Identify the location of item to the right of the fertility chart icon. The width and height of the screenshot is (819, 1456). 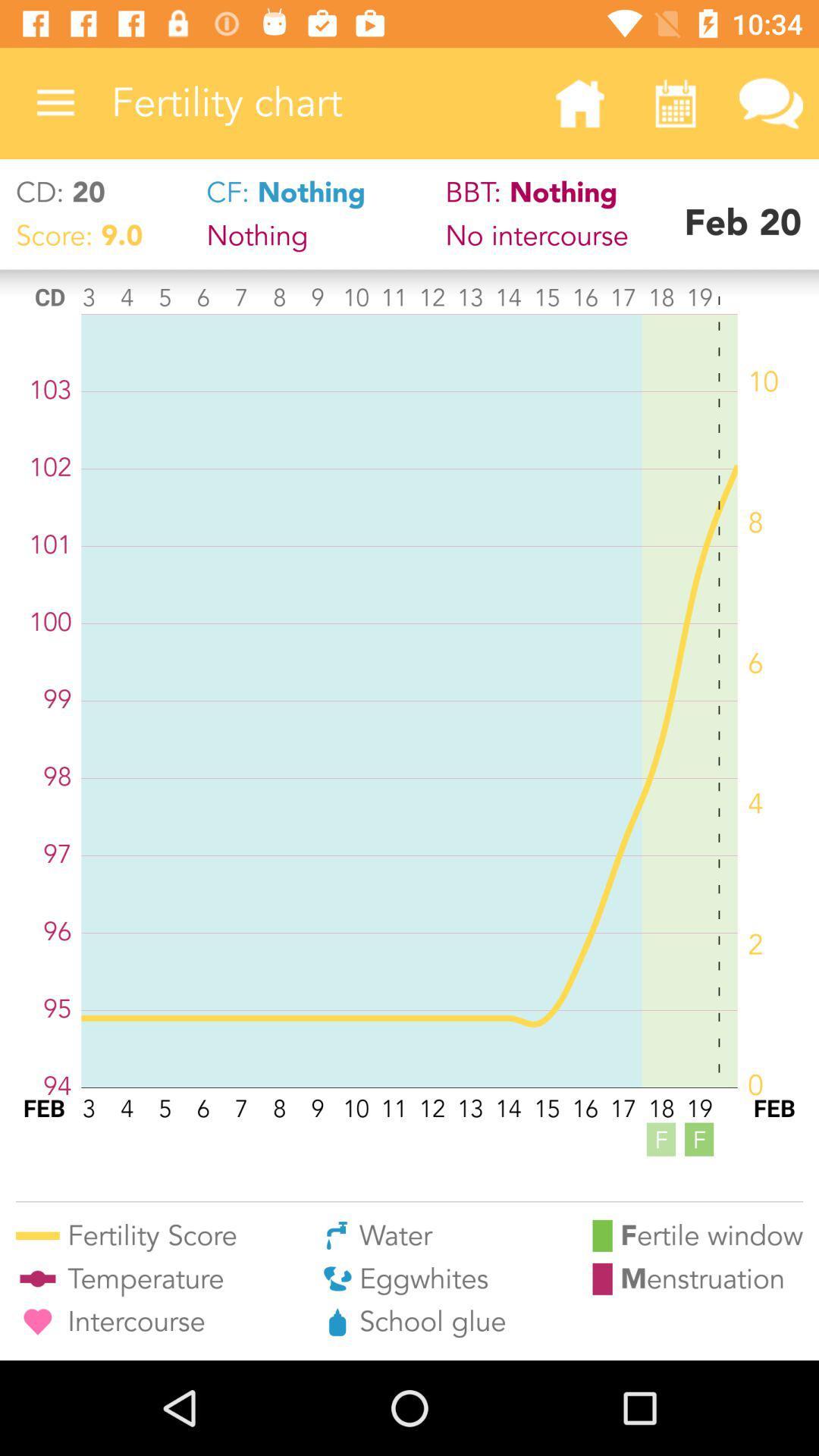
(579, 102).